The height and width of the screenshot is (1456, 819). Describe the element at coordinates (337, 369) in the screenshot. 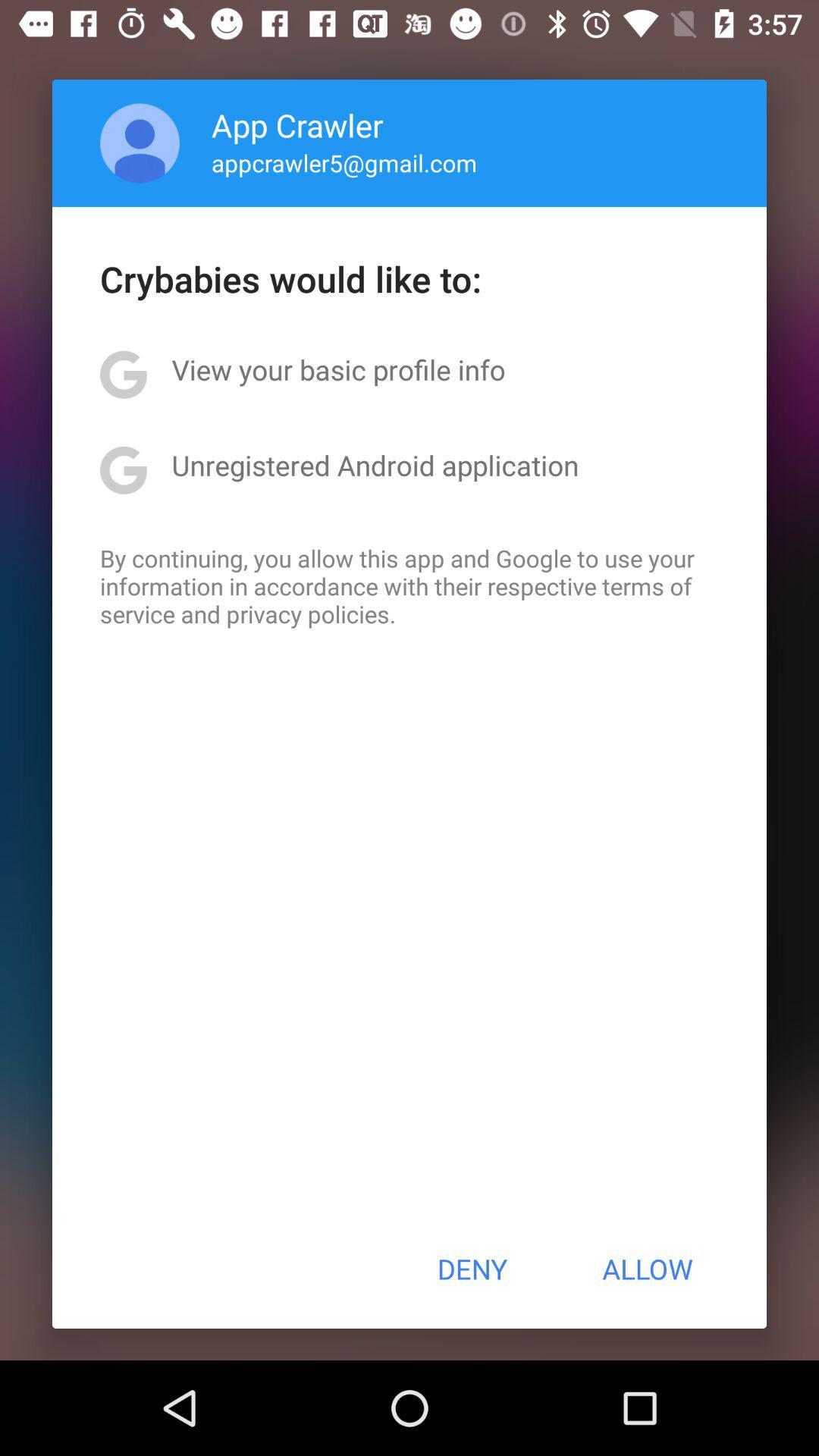

I see `icon below the crybabies would like item` at that location.